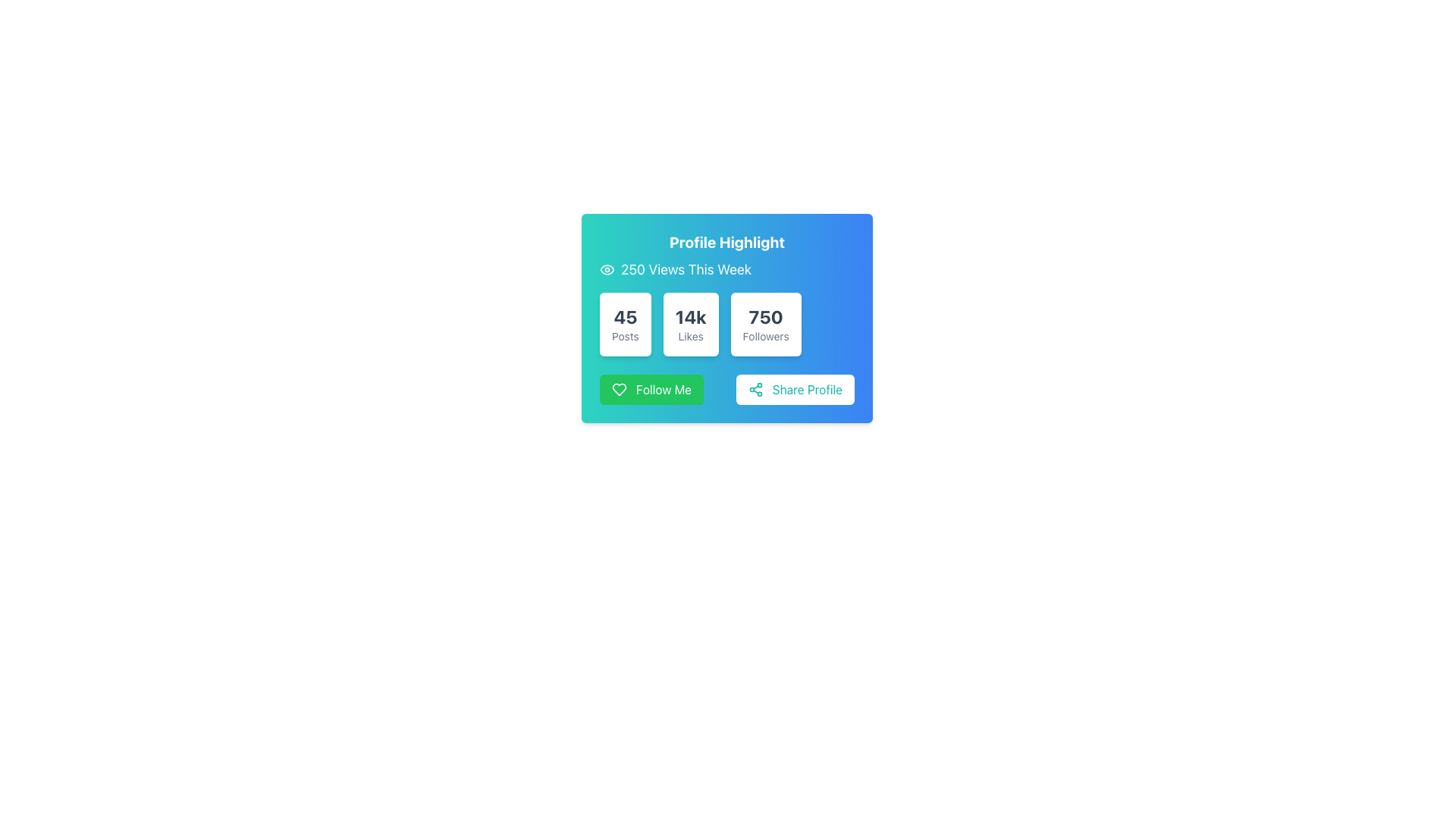 The height and width of the screenshot is (819, 1456). I want to click on the eye-shaped icon with a turquoise filling, located near the text '250 Views This Week' within a blue gradient card component, so click(607, 268).